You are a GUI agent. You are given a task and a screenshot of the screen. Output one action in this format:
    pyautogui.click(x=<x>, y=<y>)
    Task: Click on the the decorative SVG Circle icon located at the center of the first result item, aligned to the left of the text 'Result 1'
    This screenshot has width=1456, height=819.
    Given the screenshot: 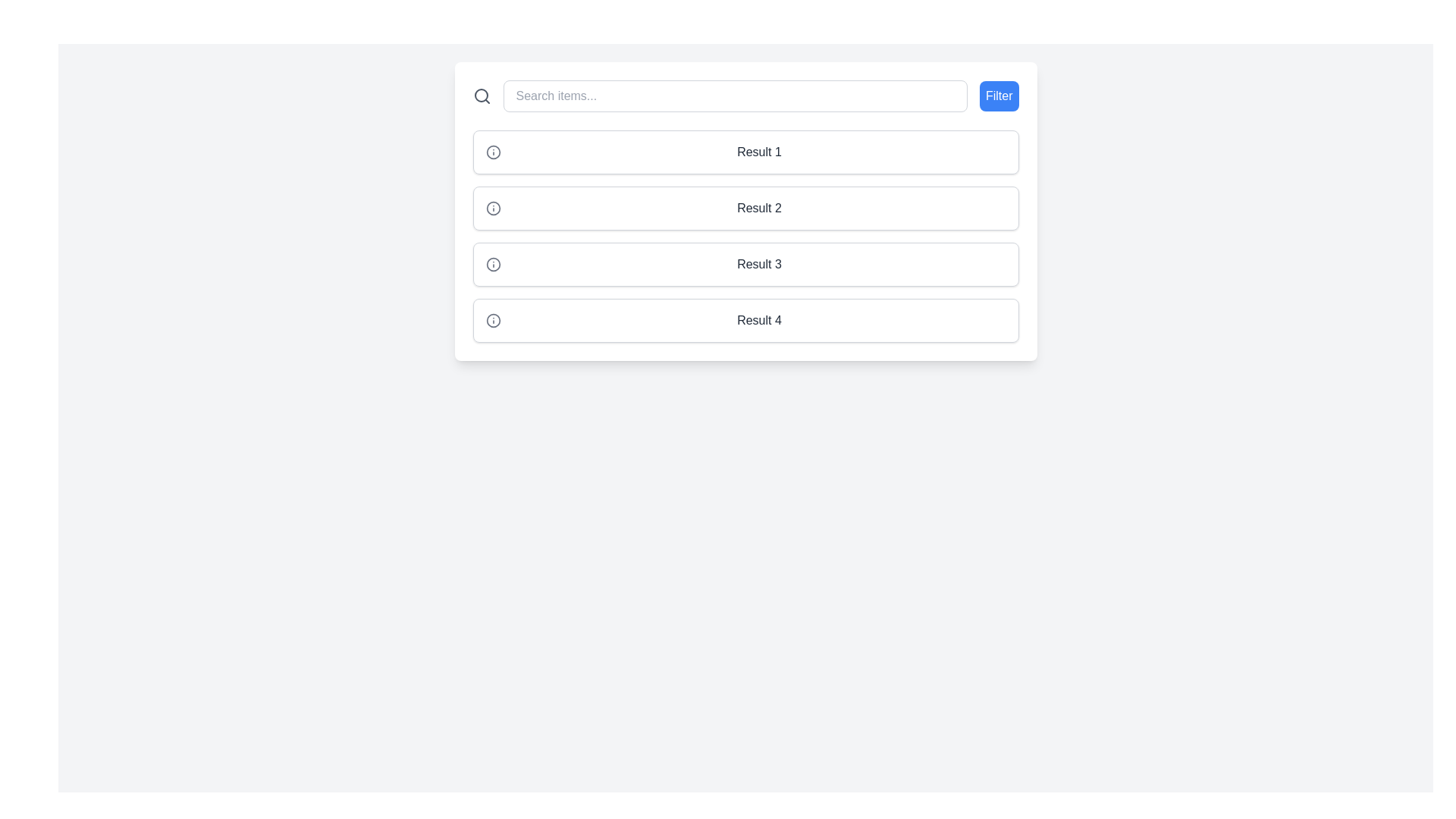 What is the action you would take?
    pyautogui.click(x=493, y=152)
    